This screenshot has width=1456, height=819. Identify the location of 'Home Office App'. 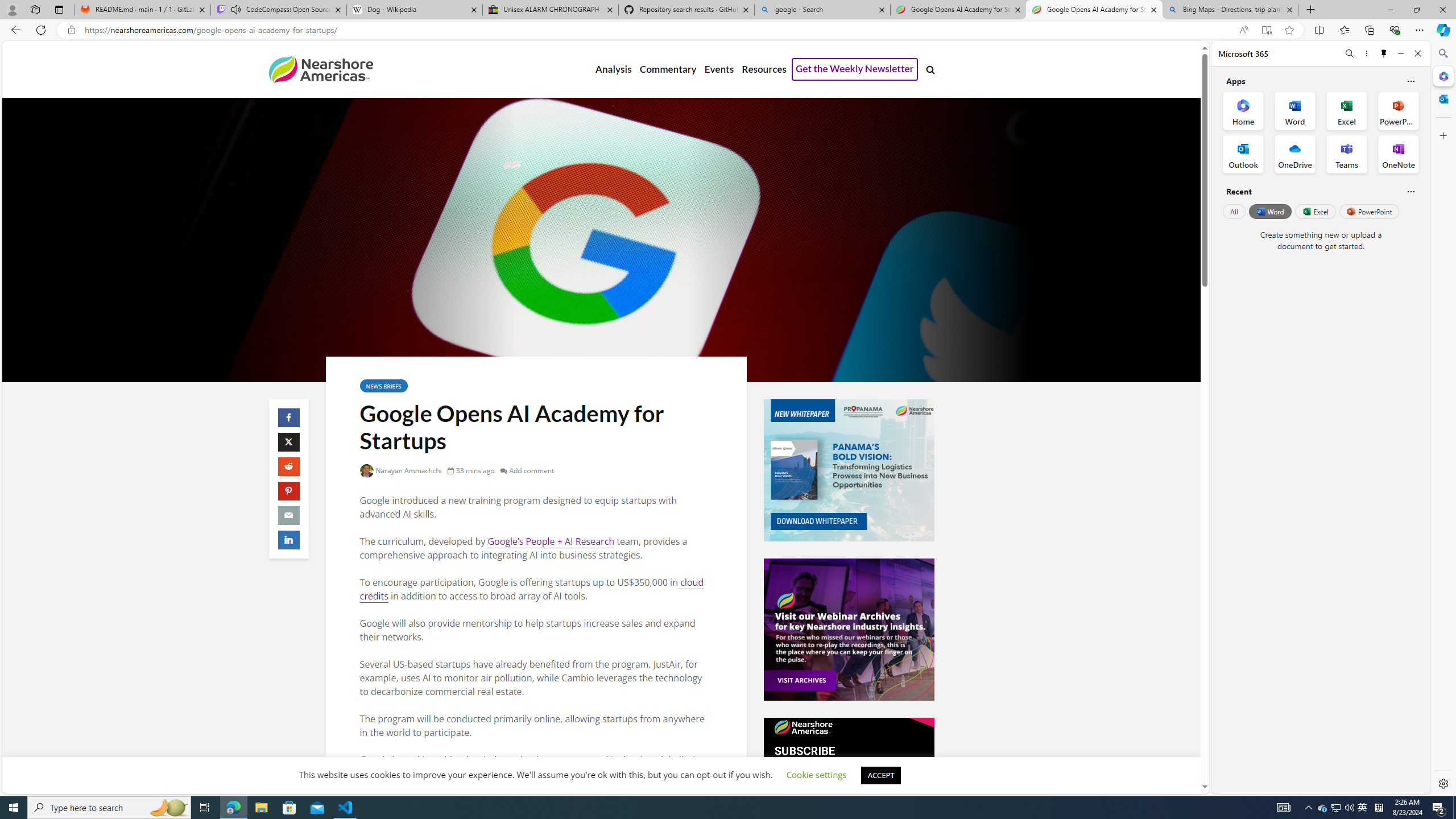
(1243, 111).